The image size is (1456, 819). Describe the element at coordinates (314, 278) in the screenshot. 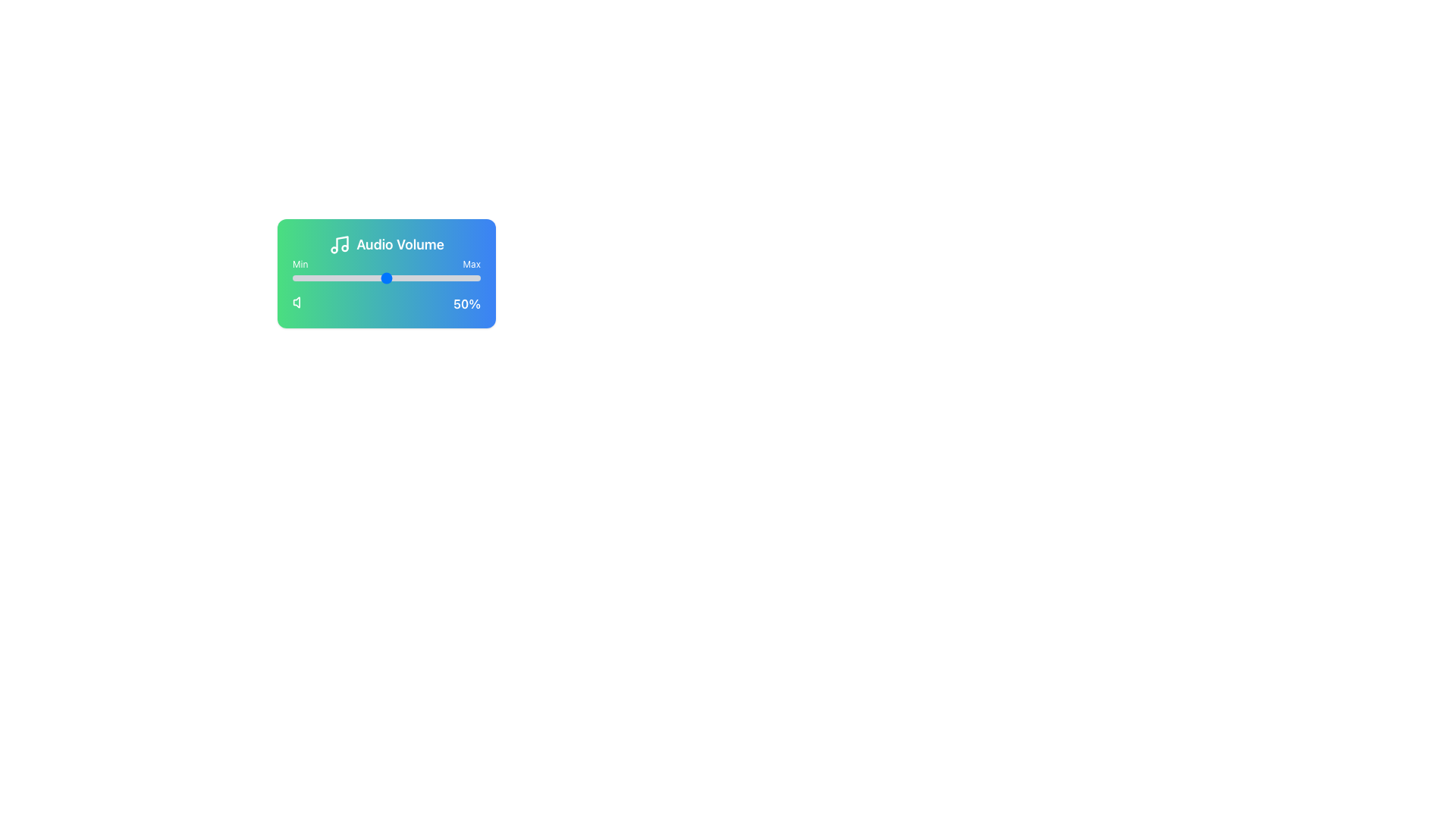

I see `the slider` at that location.